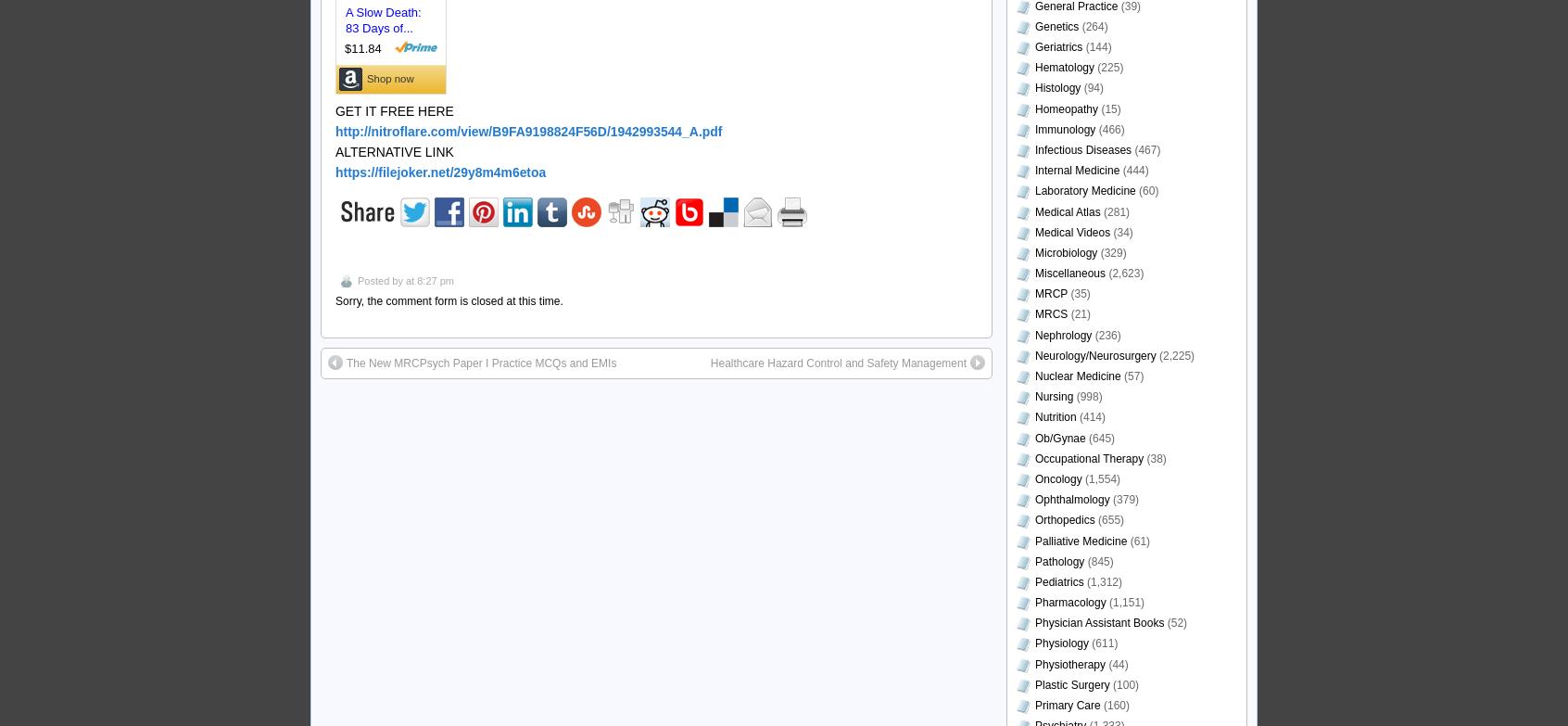 This screenshot has height=726, width=1568. What do you see at coordinates (1080, 540) in the screenshot?
I see `'Palliative Medicine'` at bounding box center [1080, 540].